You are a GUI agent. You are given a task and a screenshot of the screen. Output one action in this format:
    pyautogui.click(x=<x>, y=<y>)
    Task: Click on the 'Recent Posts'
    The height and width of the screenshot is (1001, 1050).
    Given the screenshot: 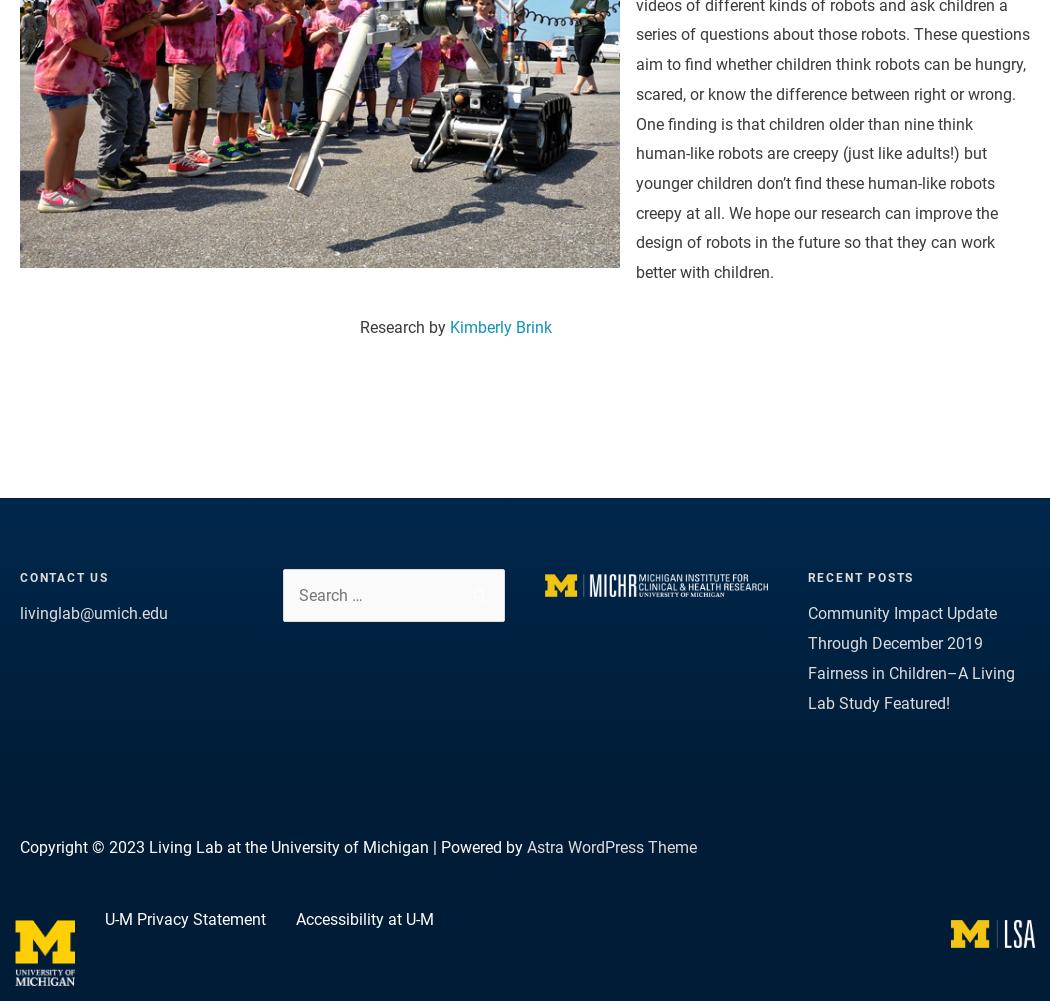 What is the action you would take?
    pyautogui.click(x=860, y=577)
    